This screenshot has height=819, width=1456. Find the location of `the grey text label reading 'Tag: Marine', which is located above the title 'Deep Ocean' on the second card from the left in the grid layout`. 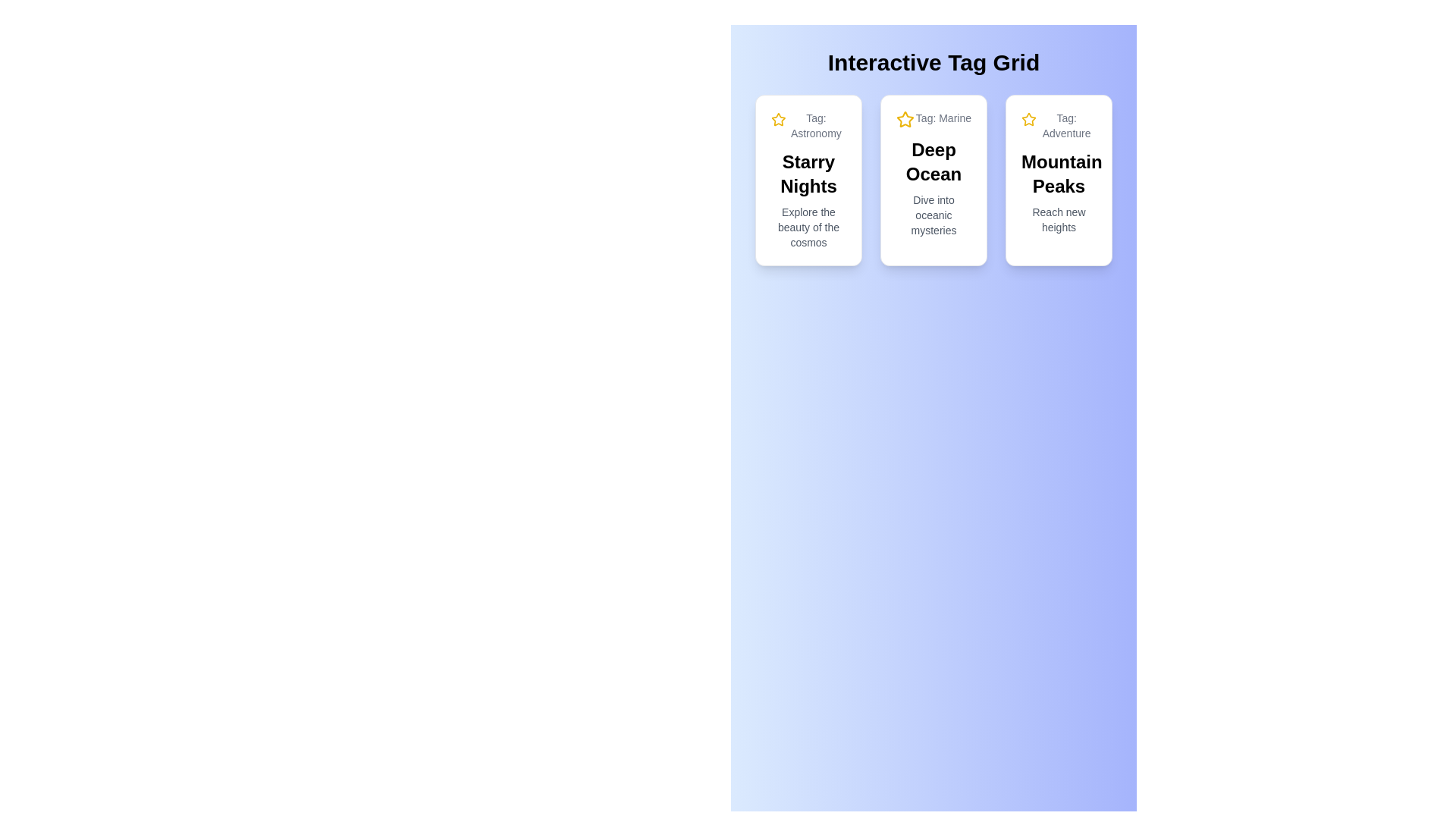

the grey text label reading 'Tag: Marine', which is located above the title 'Deep Ocean' on the second card from the left in the grid layout is located at coordinates (943, 119).